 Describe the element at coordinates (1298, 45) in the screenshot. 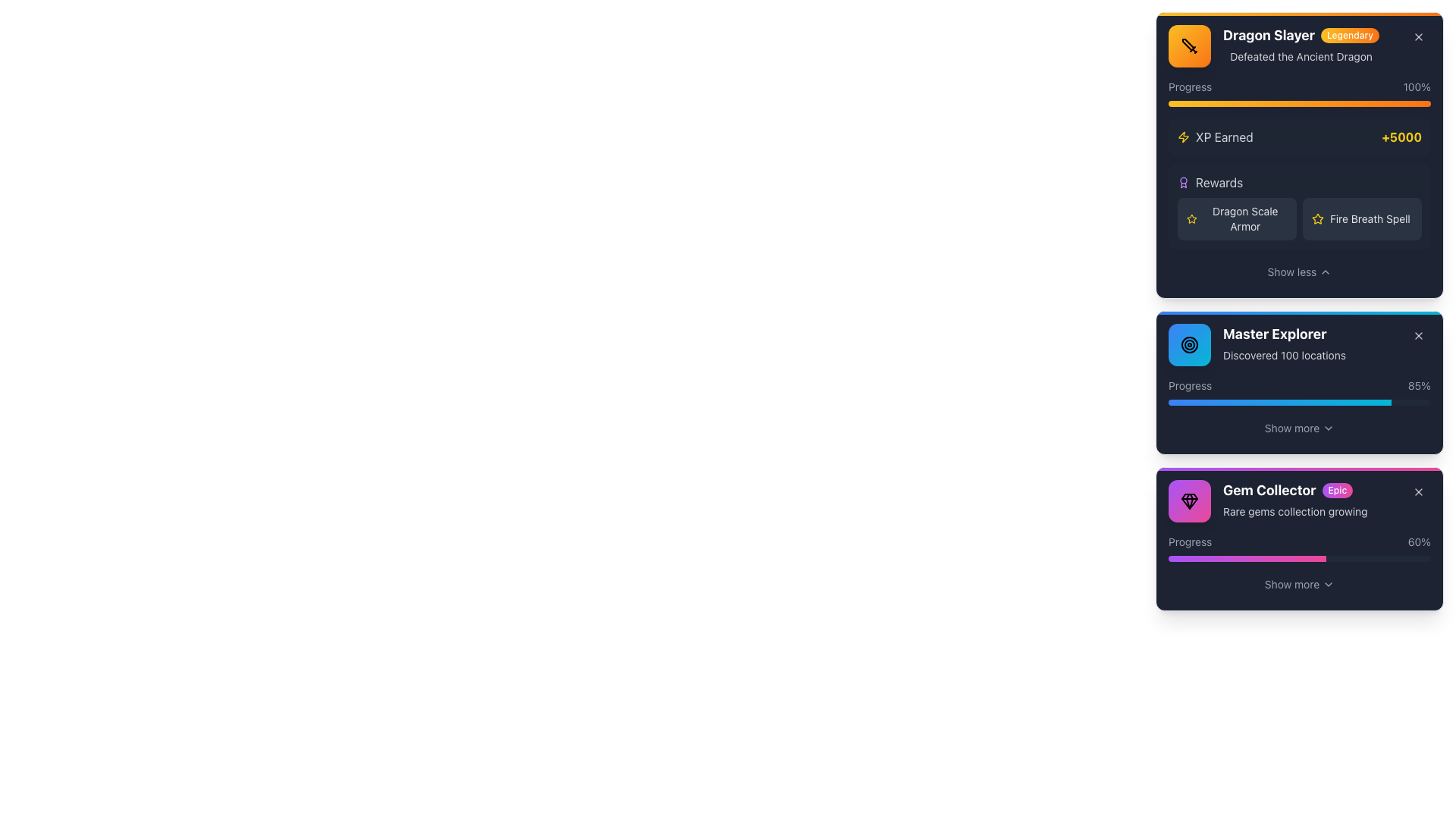

I see `the badge in the Header component located at the top-left section of the first card` at that location.